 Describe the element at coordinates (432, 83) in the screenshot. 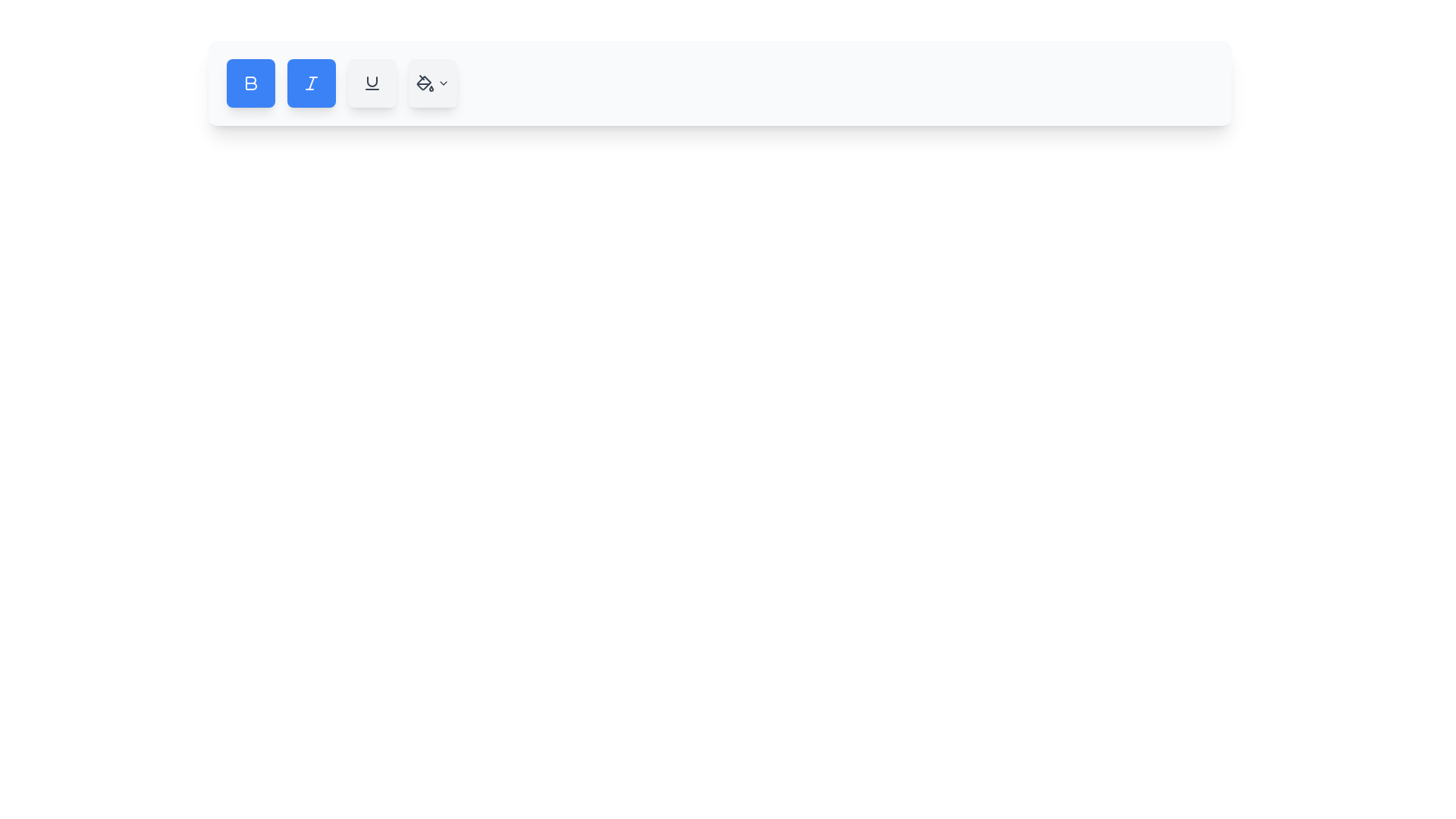

I see `the color-selection icon located within the 'Color' button in the top-right quadrant` at that location.